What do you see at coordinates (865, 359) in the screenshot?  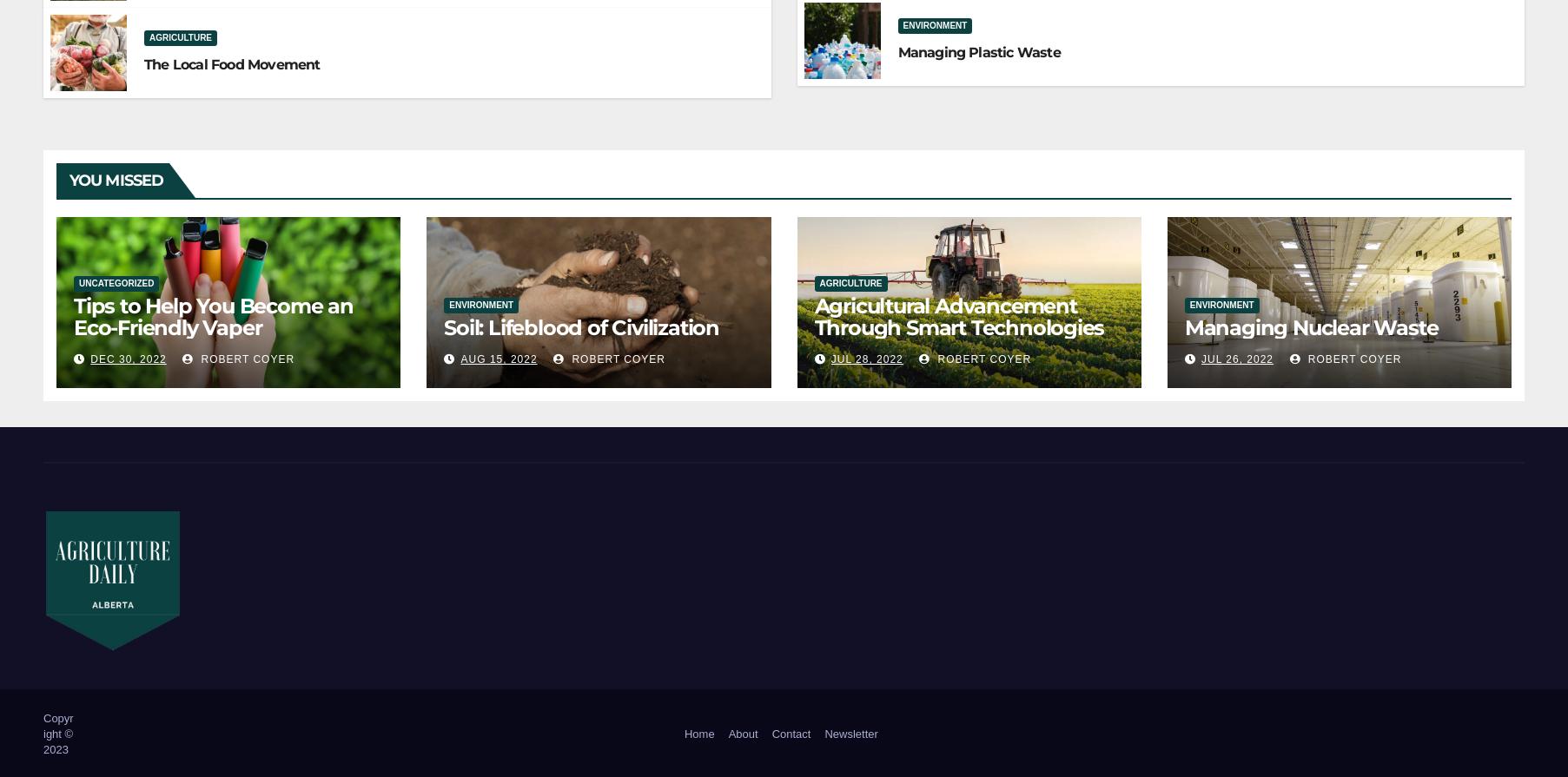 I see `'Jul 28, 2022'` at bounding box center [865, 359].